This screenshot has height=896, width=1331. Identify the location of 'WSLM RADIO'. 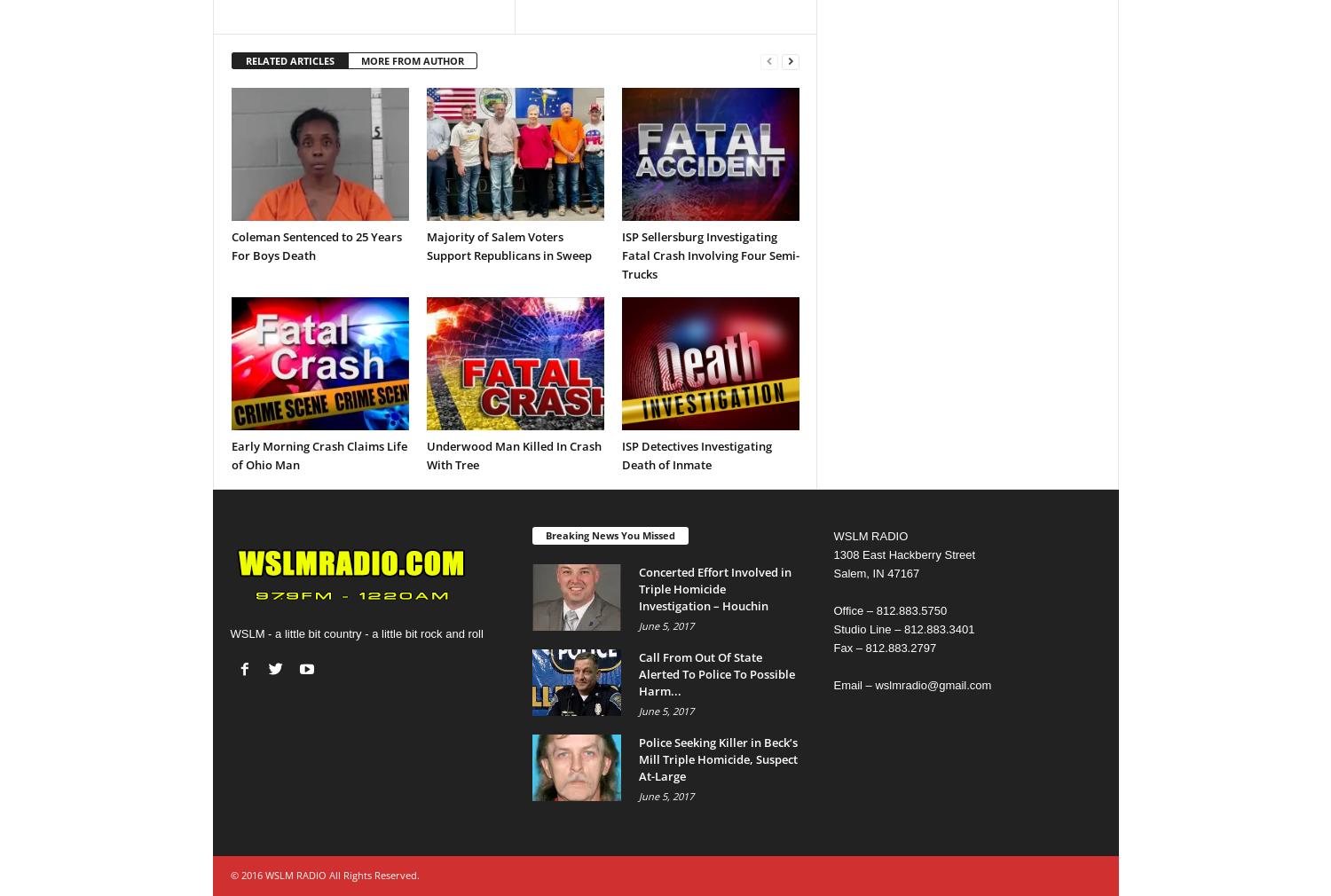
(870, 535).